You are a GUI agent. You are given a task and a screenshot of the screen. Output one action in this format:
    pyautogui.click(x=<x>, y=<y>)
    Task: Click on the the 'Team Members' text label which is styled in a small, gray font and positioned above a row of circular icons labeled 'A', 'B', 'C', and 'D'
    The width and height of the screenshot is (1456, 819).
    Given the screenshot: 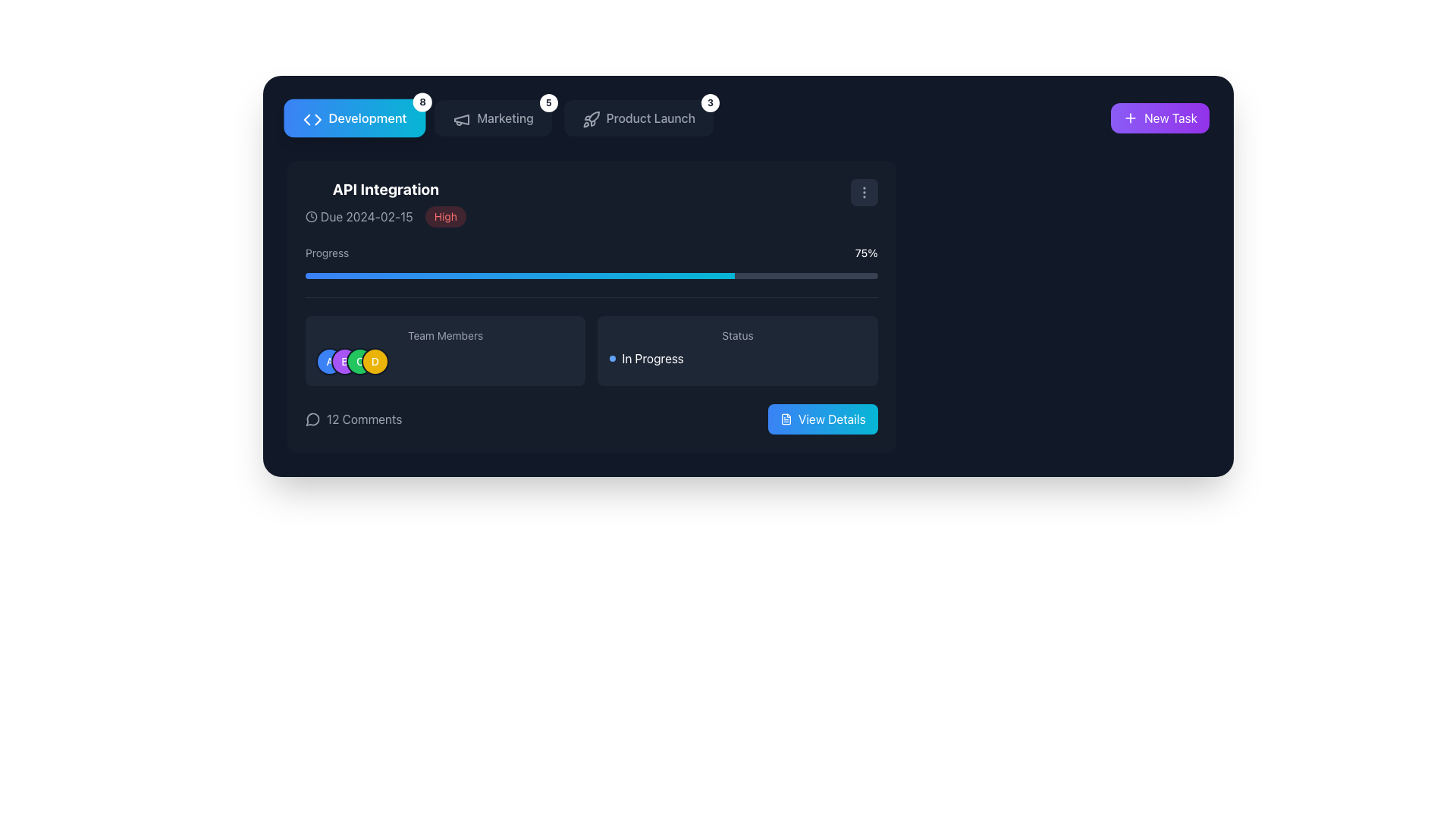 What is the action you would take?
    pyautogui.click(x=444, y=335)
    